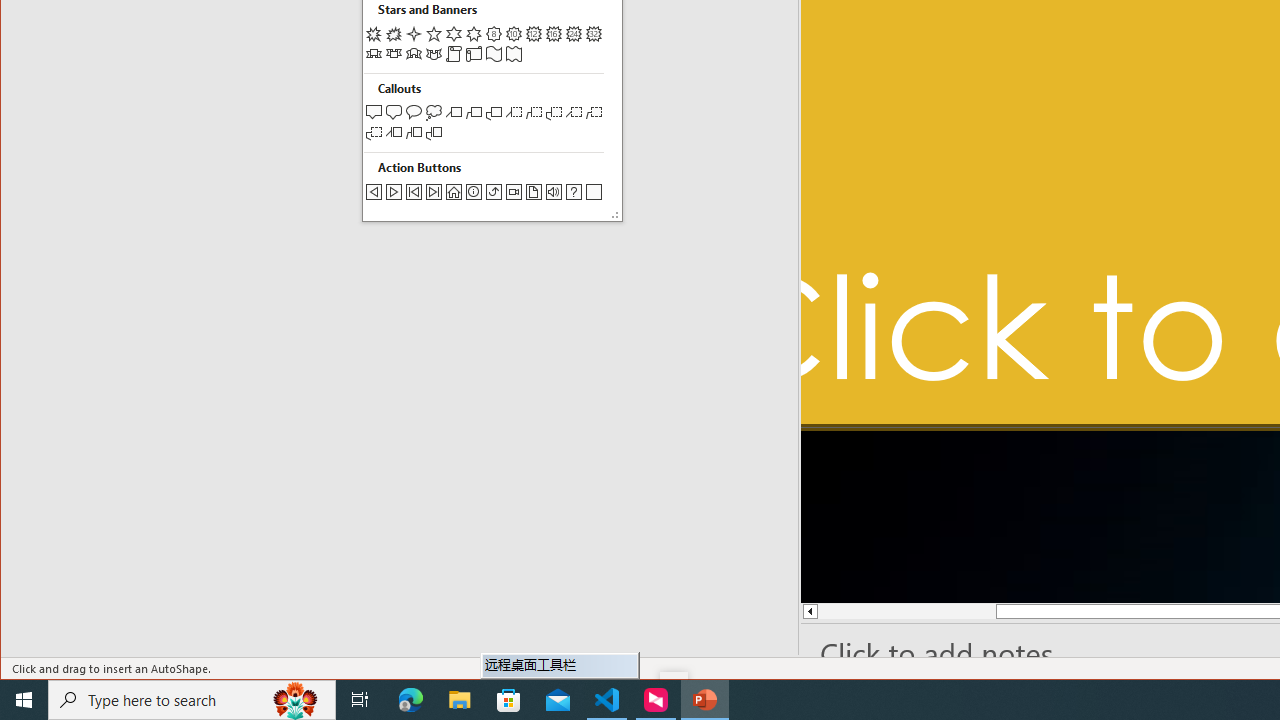 This screenshot has height=720, width=1280. I want to click on 'Microsoft Store', so click(509, 698).